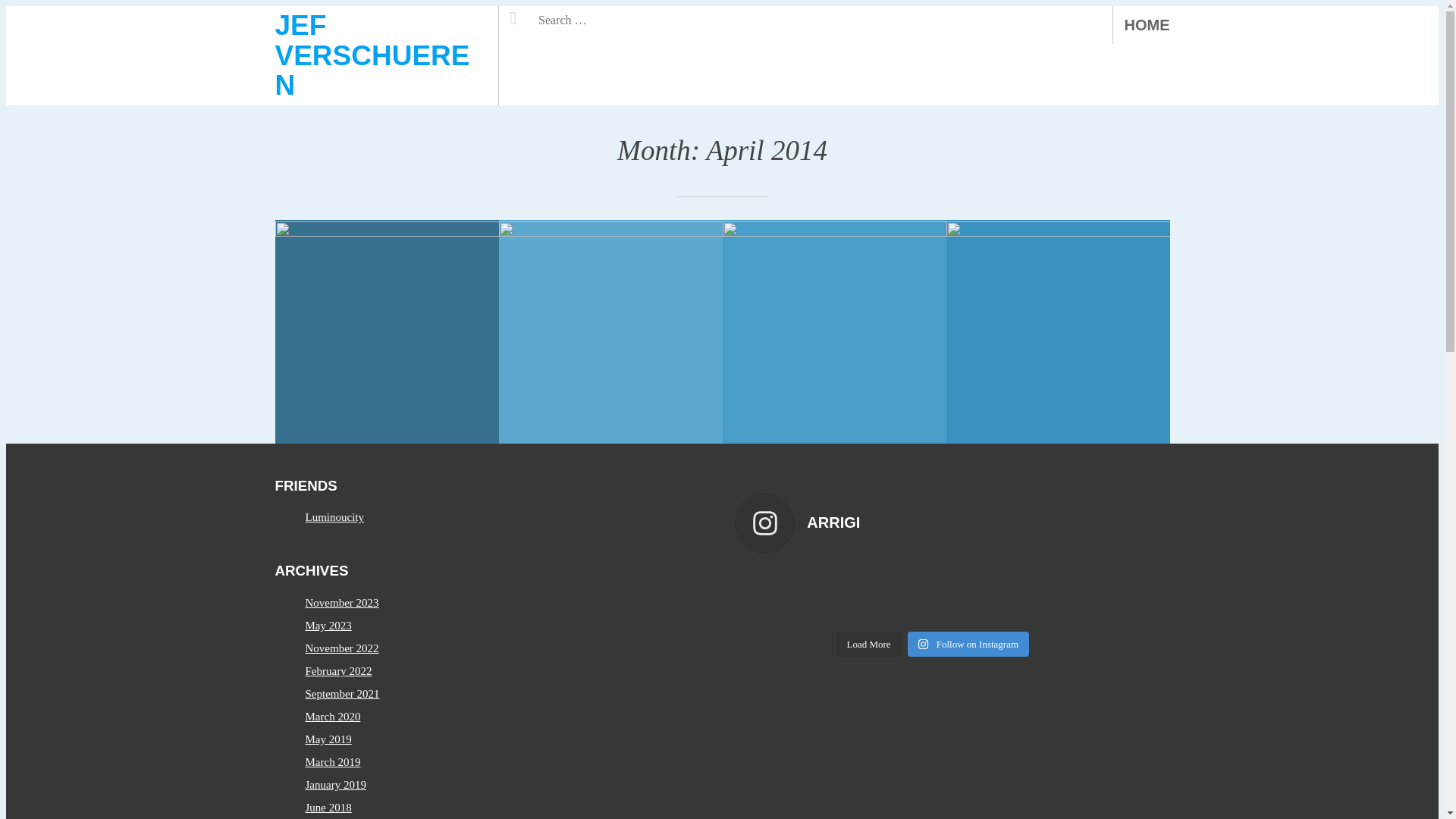  What do you see at coordinates (337, 670) in the screenshot?
I see `'February 2022'` at bounding box center [337, 670].